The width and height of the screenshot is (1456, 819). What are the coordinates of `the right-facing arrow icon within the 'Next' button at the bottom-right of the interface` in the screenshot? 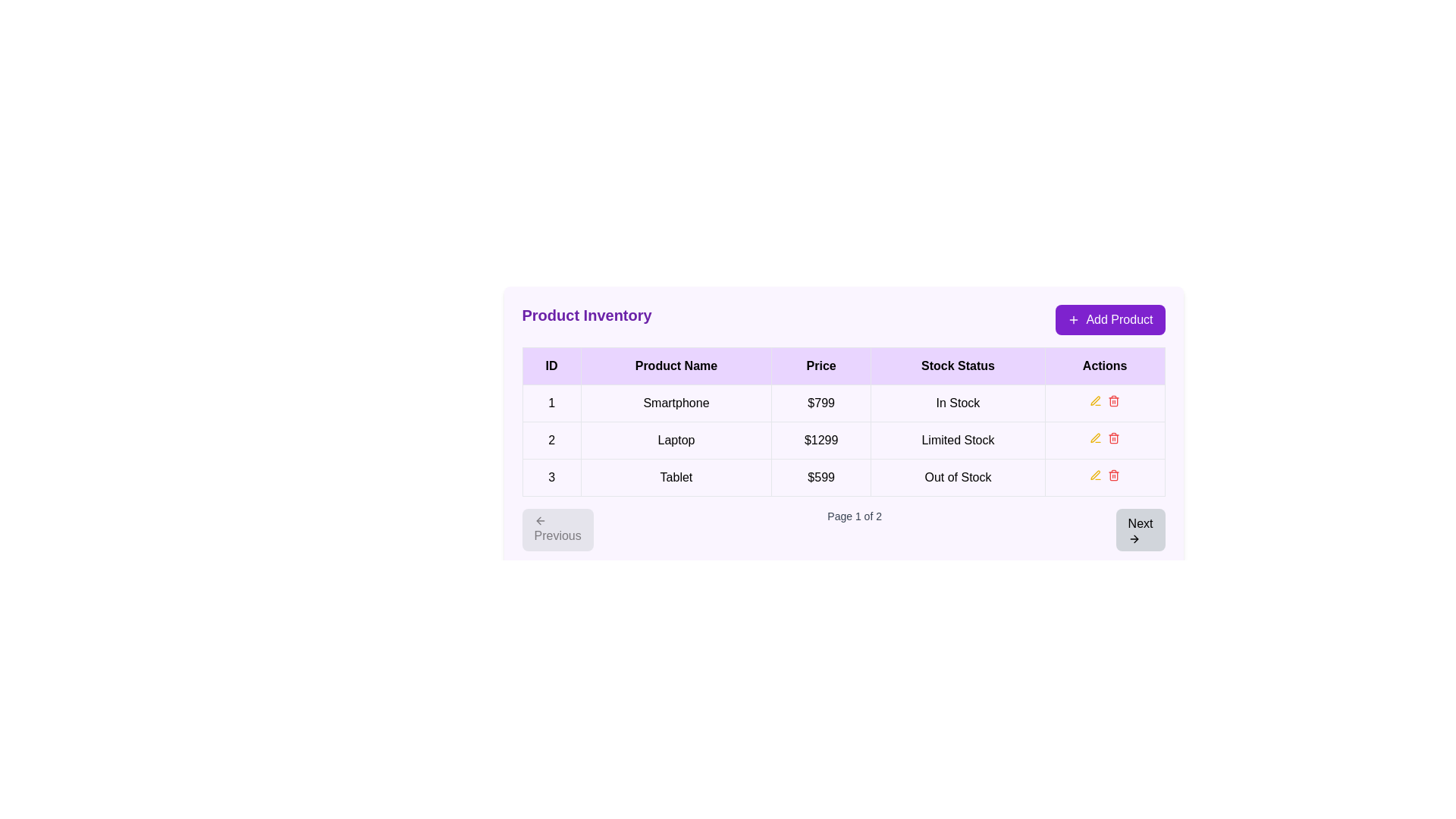 It's located at (1135, 538).